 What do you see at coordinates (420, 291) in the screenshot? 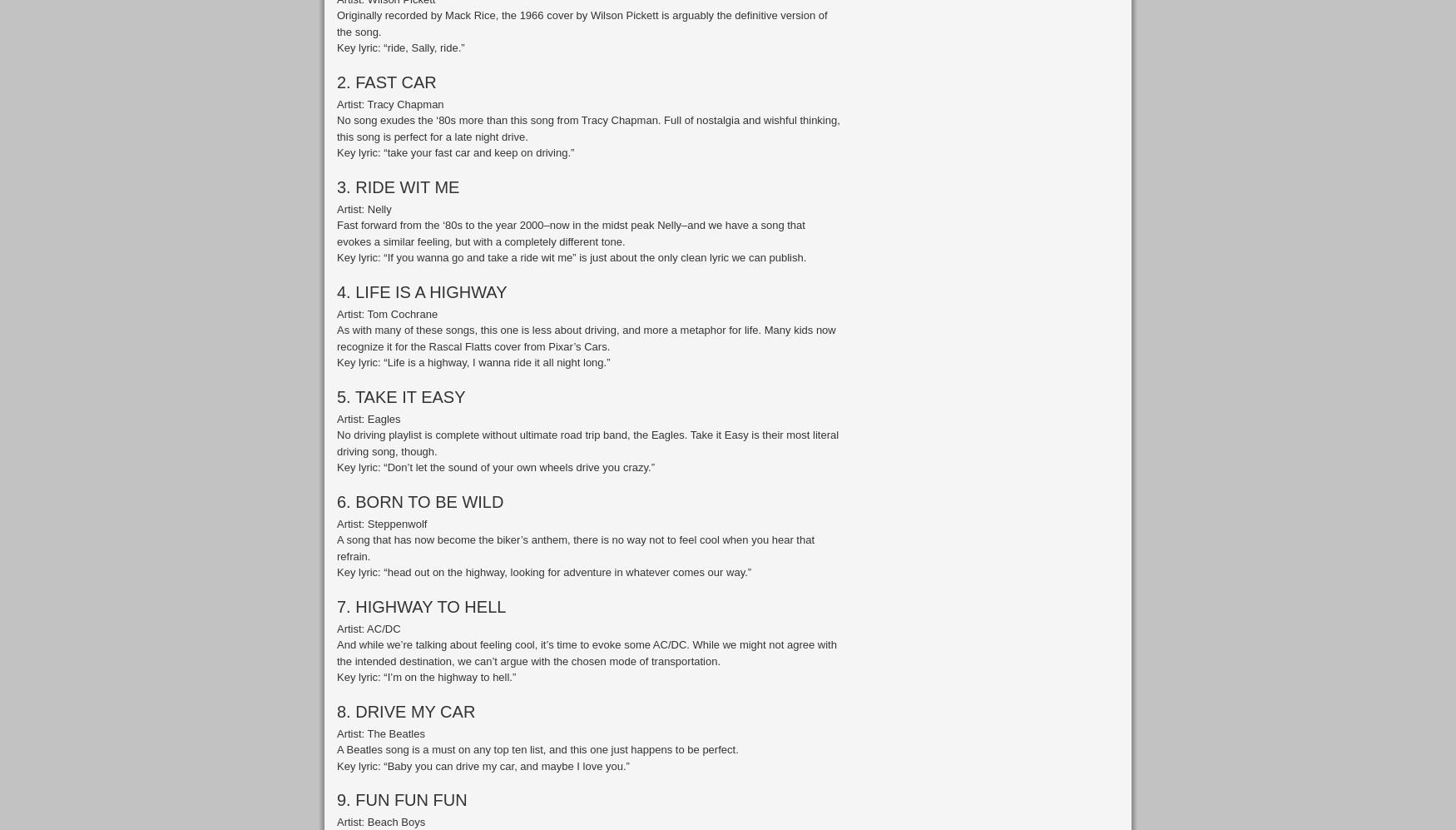
I see `'4. life is a highway'` at bounding box center [420, 291].